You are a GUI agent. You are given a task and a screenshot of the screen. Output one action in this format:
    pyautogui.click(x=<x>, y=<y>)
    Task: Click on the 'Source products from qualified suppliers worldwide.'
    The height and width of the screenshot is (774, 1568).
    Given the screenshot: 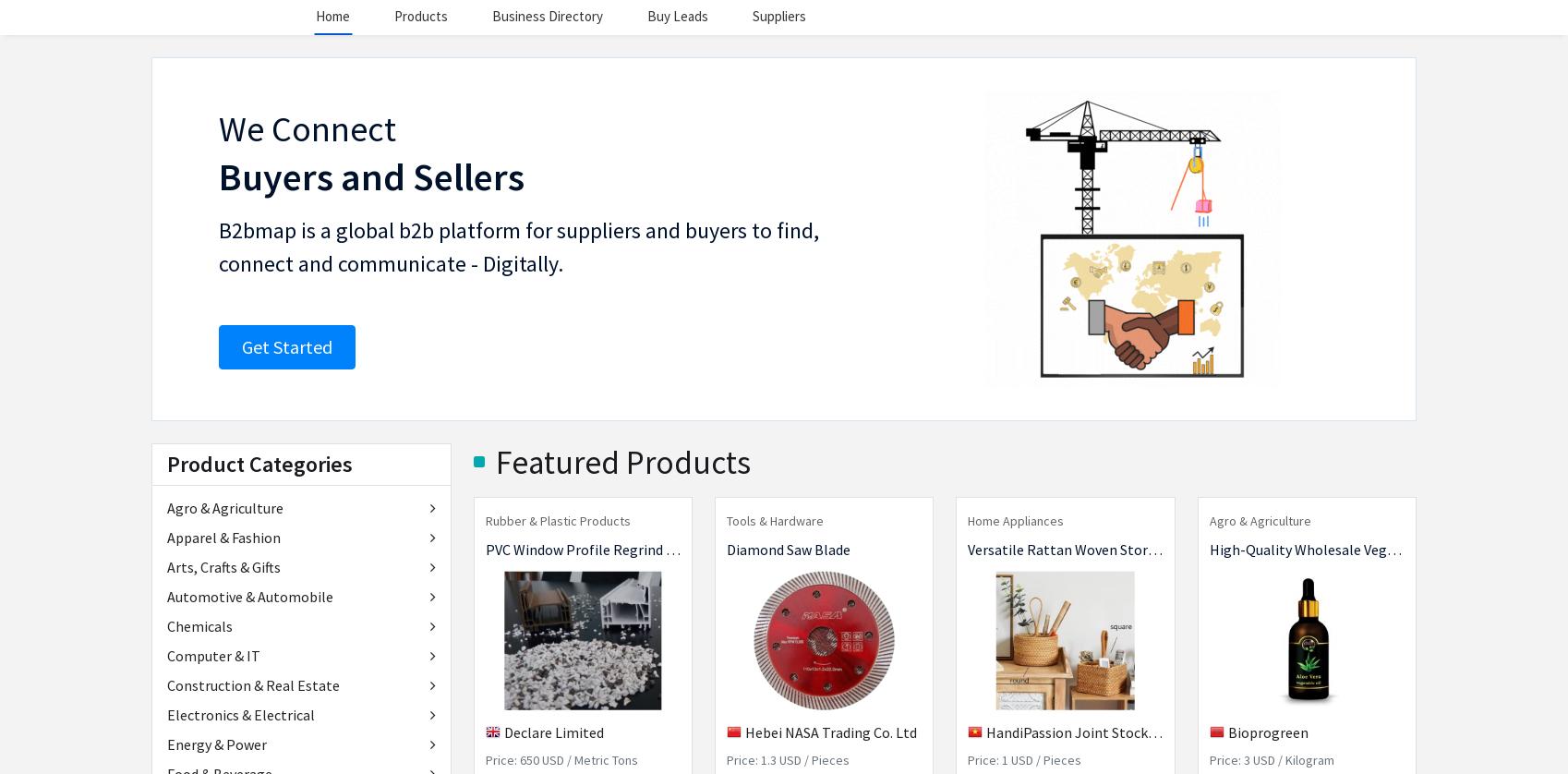 What is the action you would take?
    pyautogui.click(x=858, y=137)
    